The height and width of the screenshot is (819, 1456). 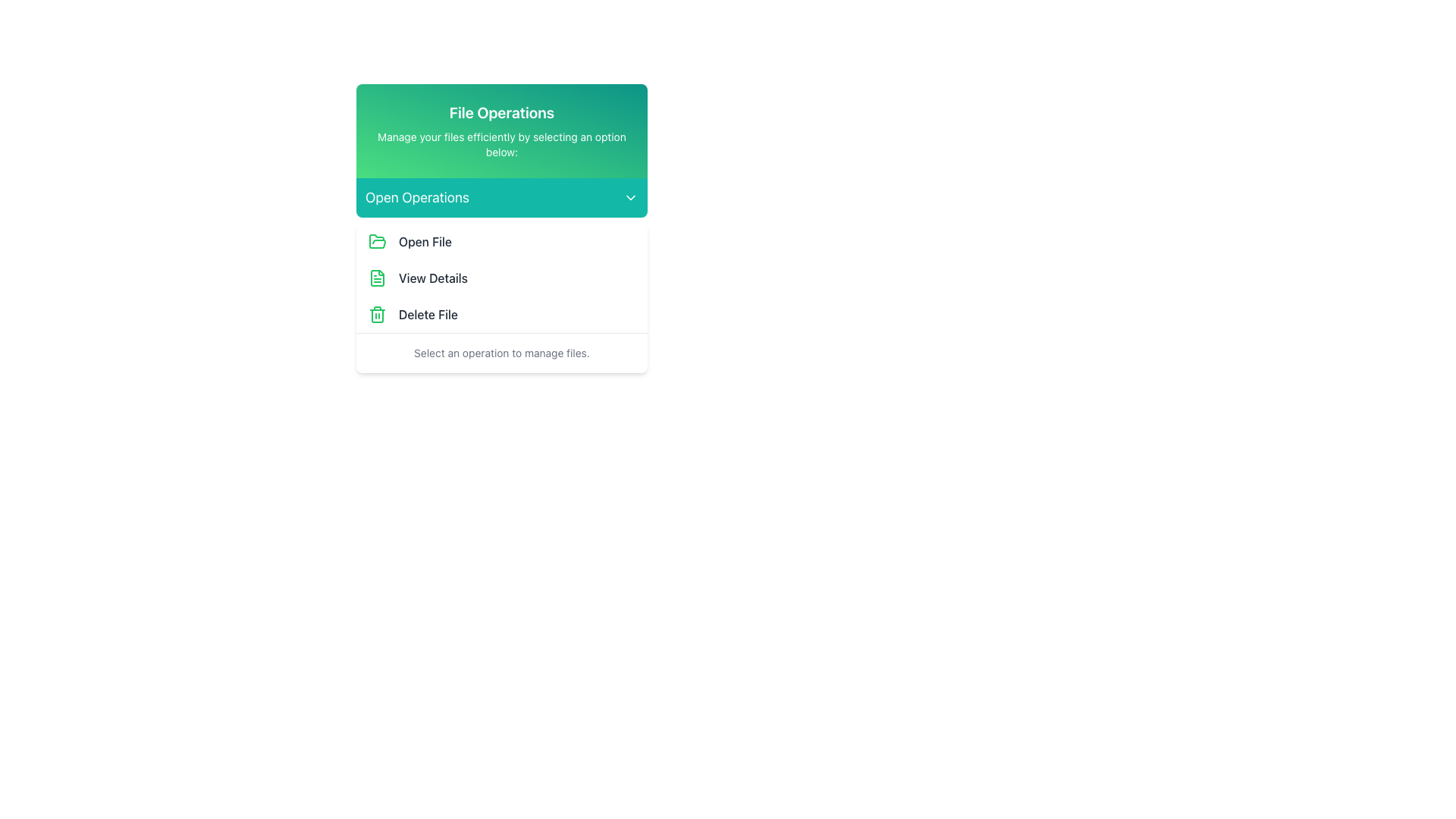 What do you see at coordinates (432, 278) in the screenshot?
I see `text label that says 'View Details', which is styled in medium gray font and located to the right of a green file icon in the 'Open Operations' section` at bounding box center [432, 278].